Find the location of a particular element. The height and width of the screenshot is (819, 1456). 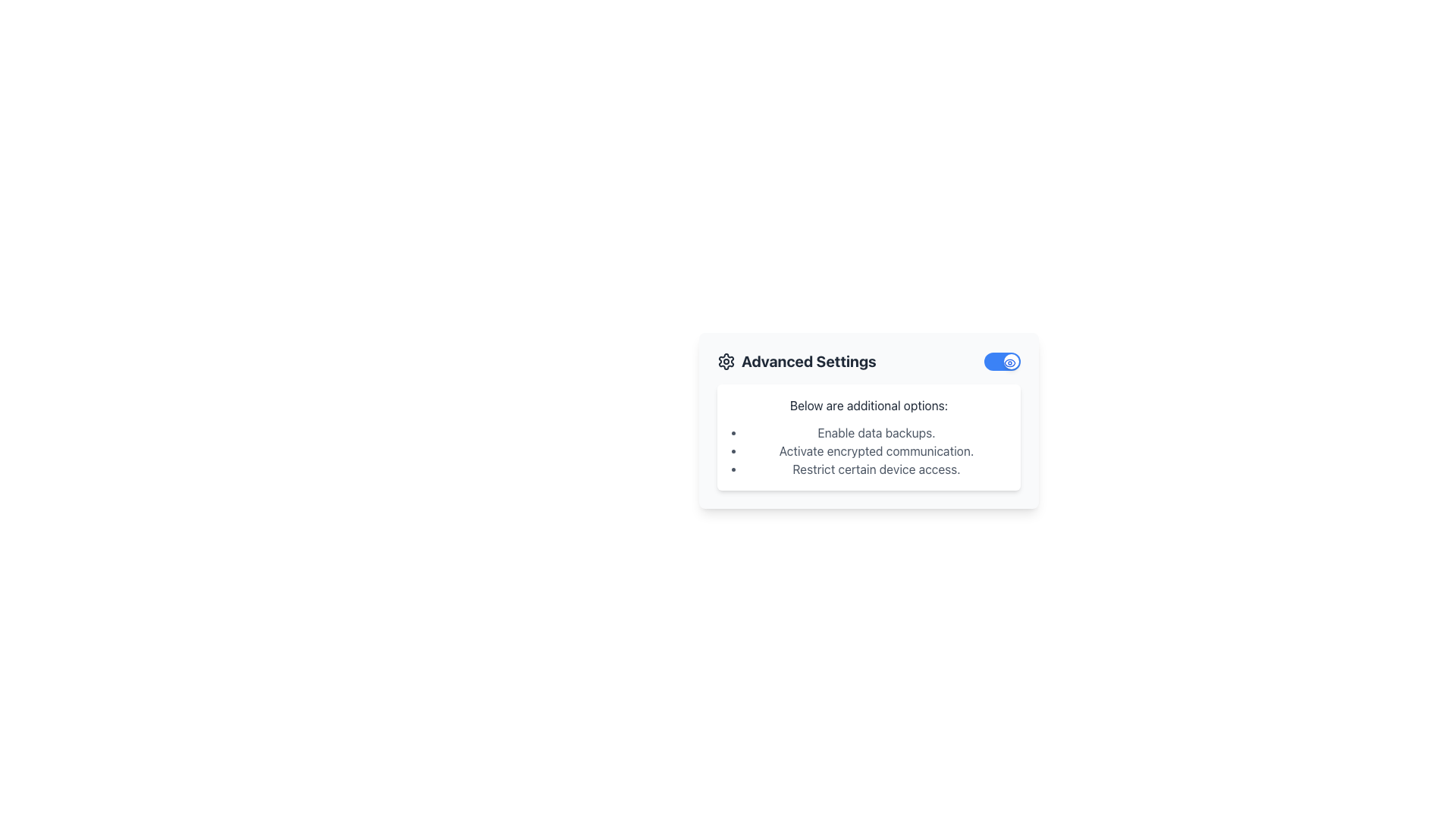

the Toggle Indicator in the Advanced Settings to change its state from 'on' to 'off' or vice versa is located at coordinates (1012, 362).